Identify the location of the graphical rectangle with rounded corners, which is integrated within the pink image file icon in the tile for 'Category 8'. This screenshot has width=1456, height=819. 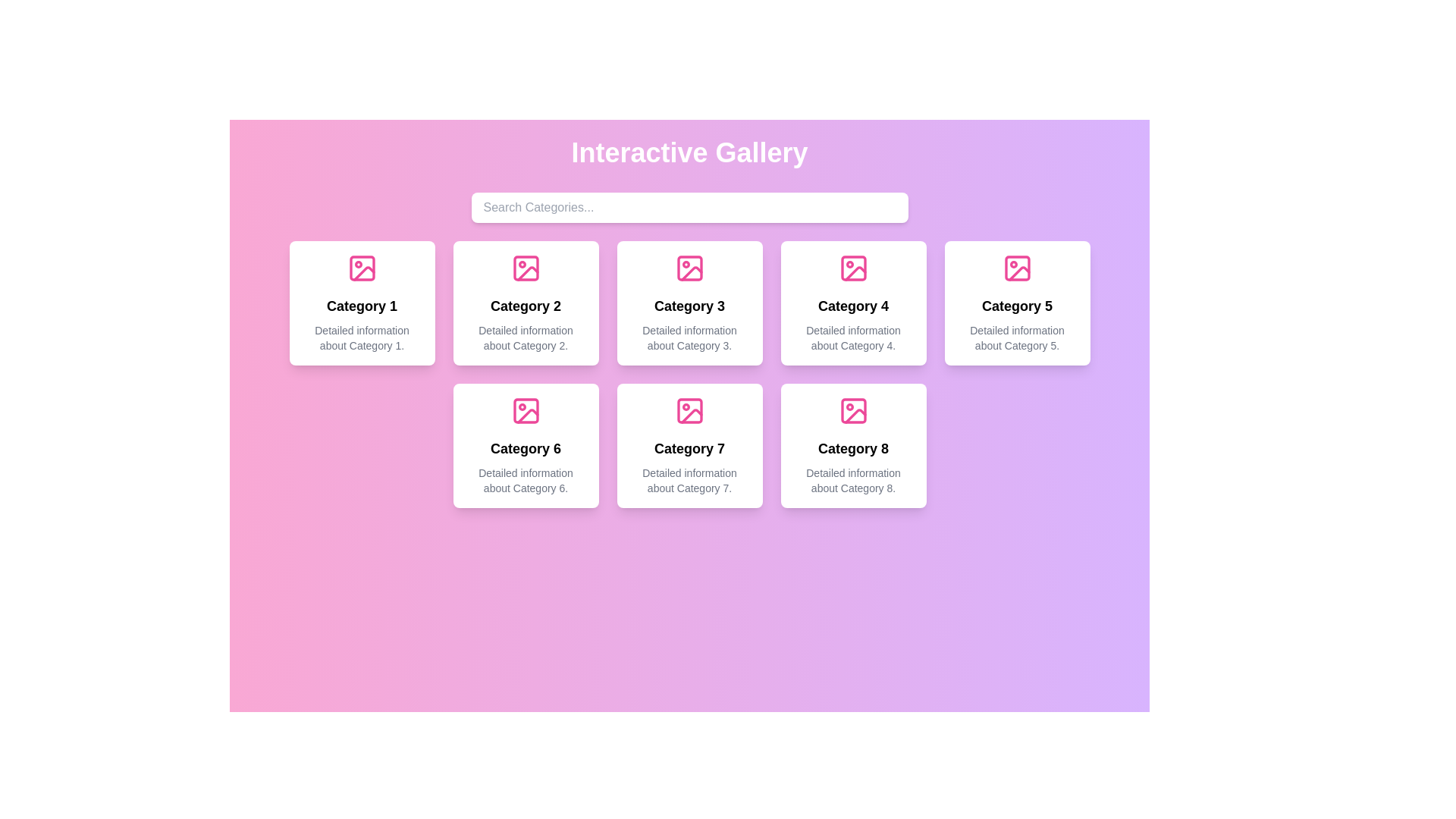
(853, 411).